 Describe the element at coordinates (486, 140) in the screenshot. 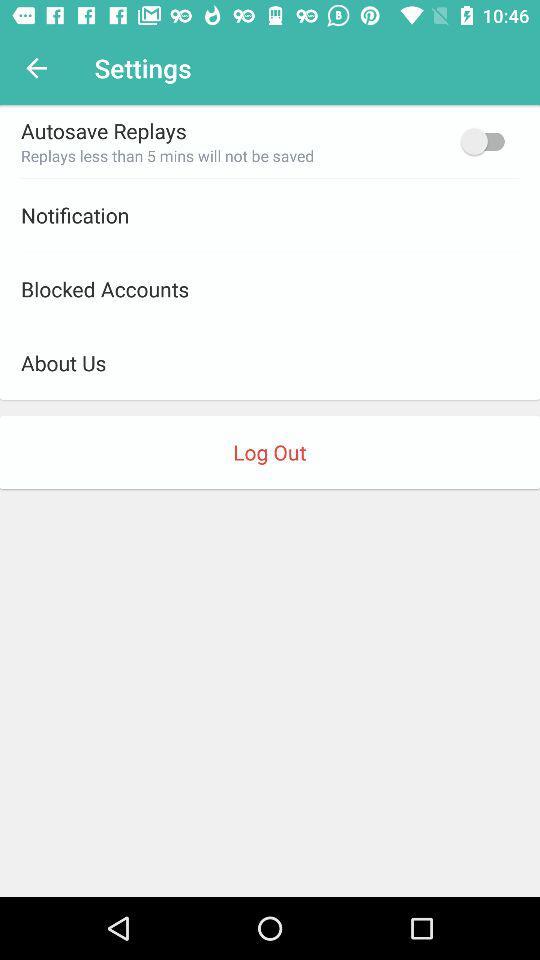

I see `autosave option` at that location.